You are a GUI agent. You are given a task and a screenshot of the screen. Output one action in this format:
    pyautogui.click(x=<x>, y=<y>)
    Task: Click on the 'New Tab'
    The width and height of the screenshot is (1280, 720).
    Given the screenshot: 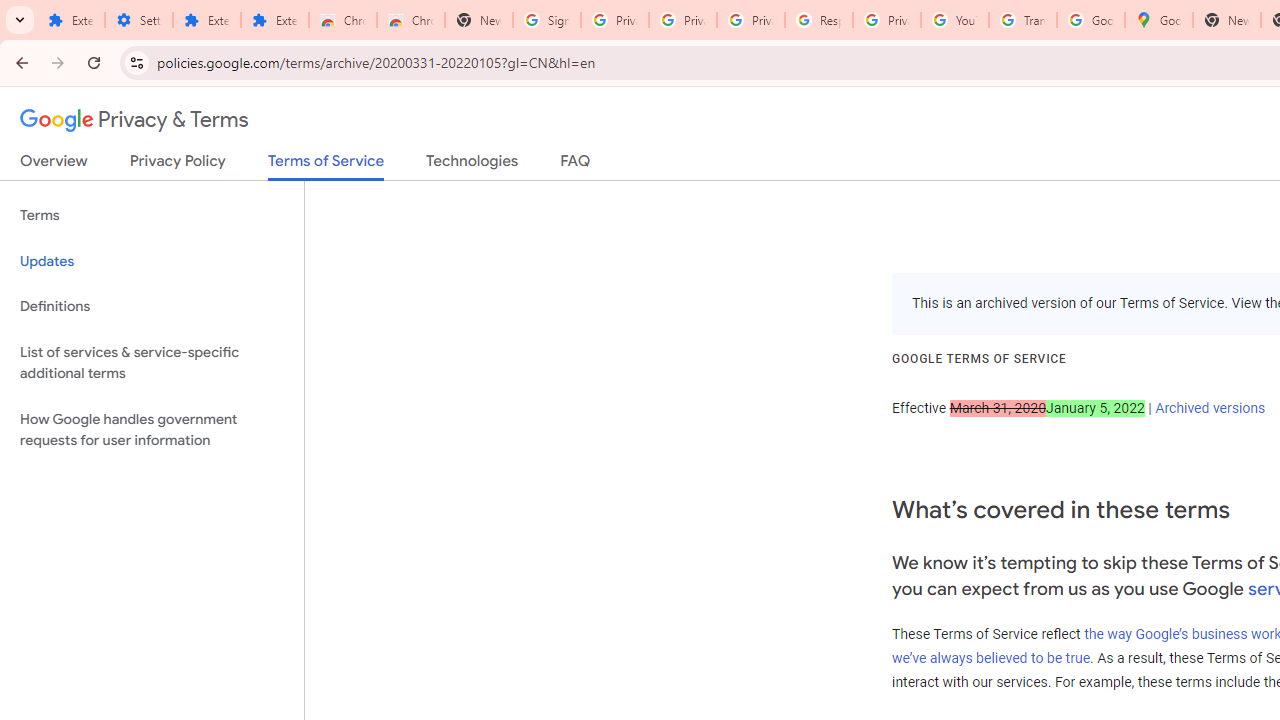 What is the action you would take?
    pyautogui.click(x=478, y=20)
    